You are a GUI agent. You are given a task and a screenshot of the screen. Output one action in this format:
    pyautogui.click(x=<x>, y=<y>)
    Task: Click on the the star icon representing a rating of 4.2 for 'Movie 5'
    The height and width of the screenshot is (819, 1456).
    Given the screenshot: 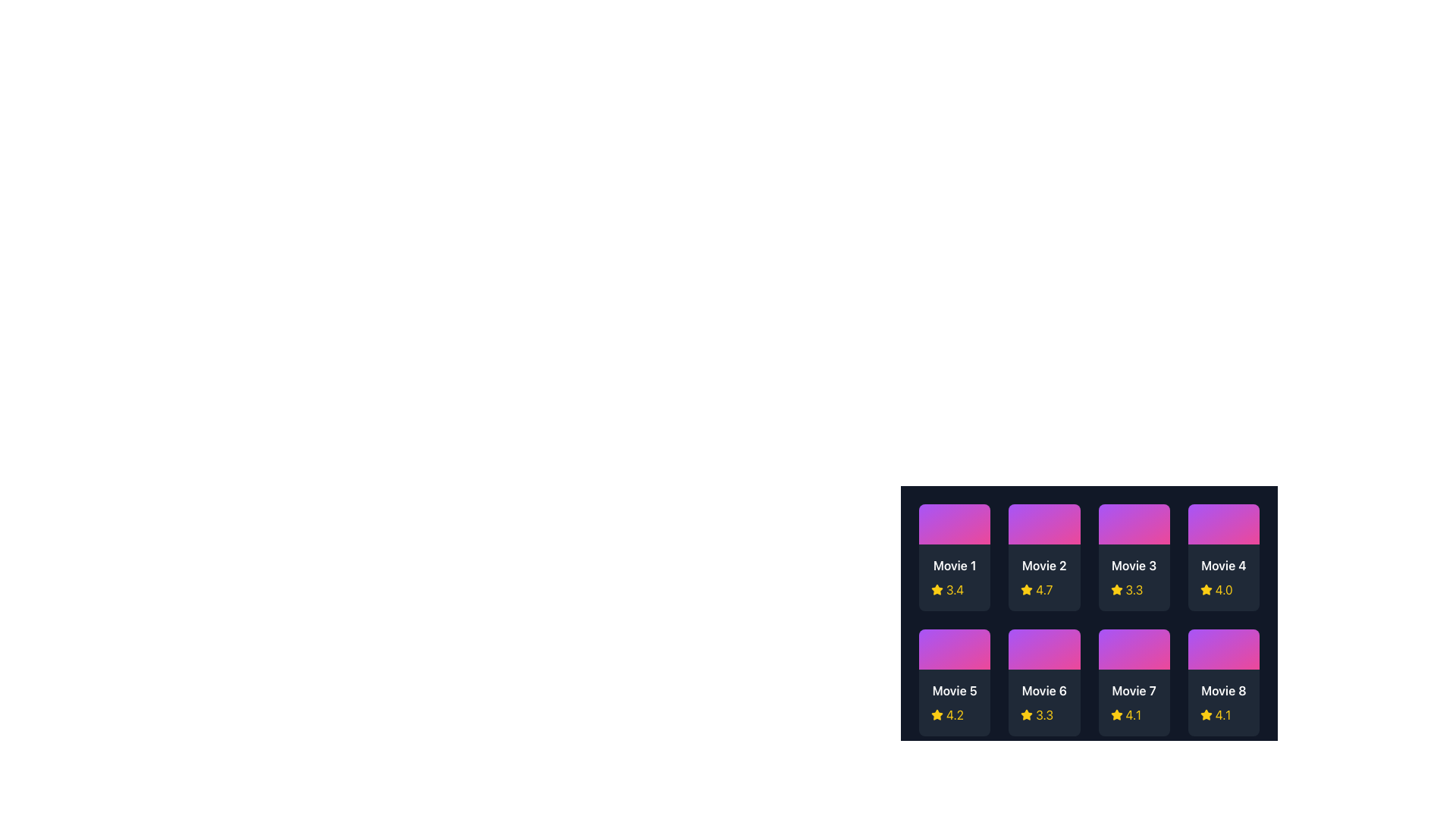 What is the action you would take?
    pyautogui.click(x=937, y=714)
    